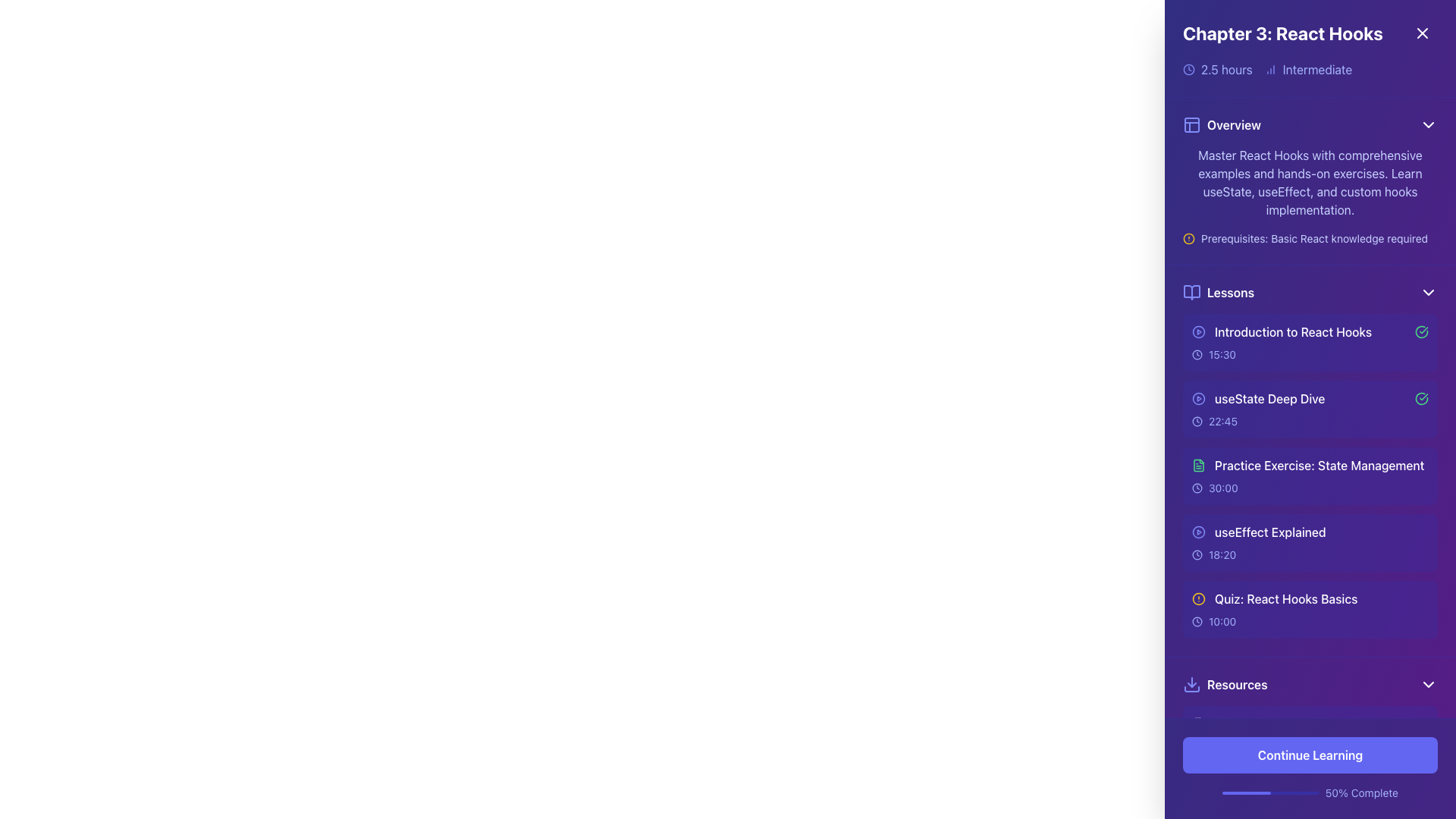  What do you see at coordinates (1197, 354) in the screenshot?
I see `the SVG circle graphical element that symbolizes the time duration of the 'Introduction to React Hooks' lesson in the 'Lessons' section` at bounding box center [1197, 354].